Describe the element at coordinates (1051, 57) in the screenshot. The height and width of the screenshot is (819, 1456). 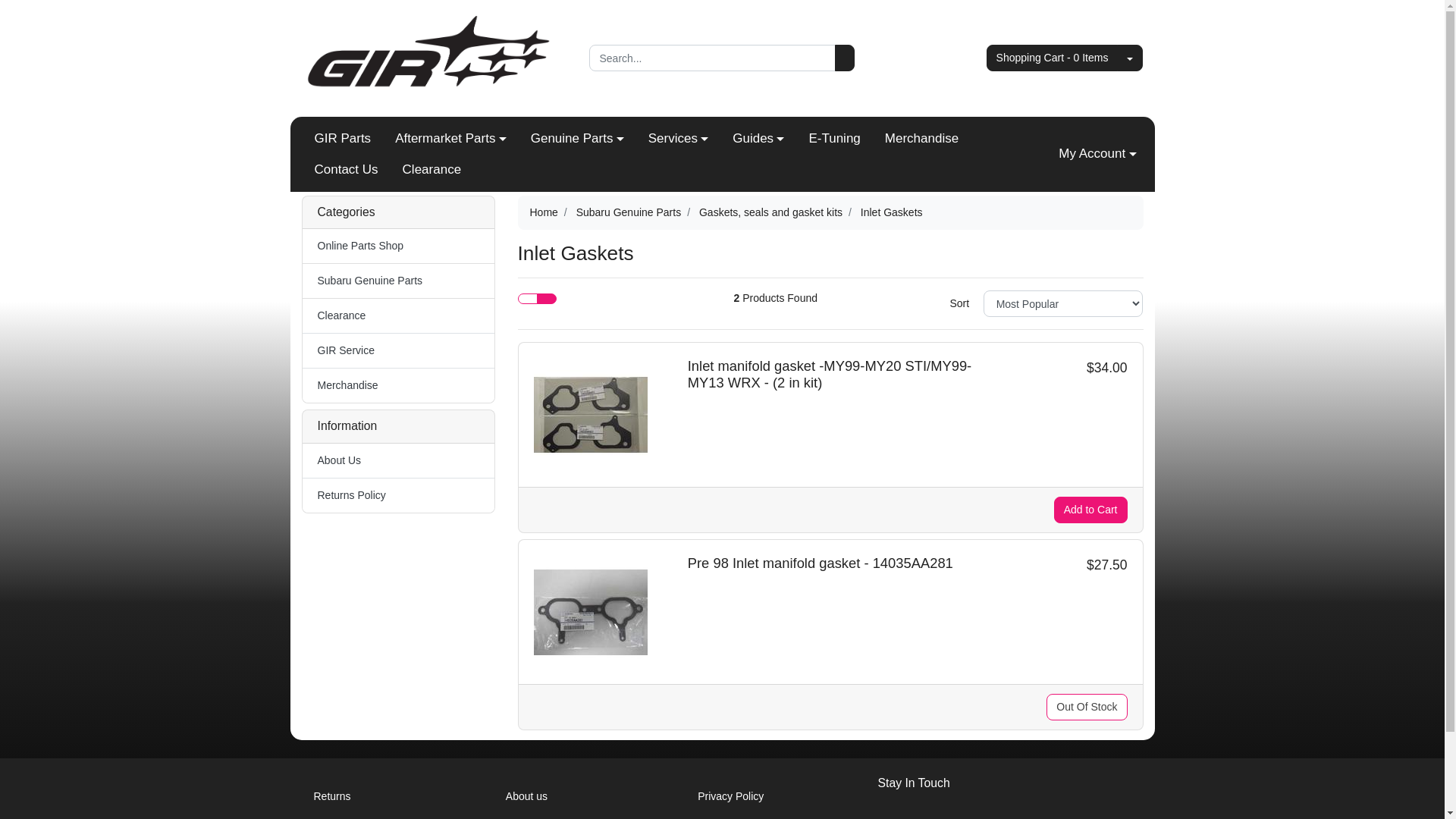
I see `'Shopping Cart - 0 Items'` at that location.